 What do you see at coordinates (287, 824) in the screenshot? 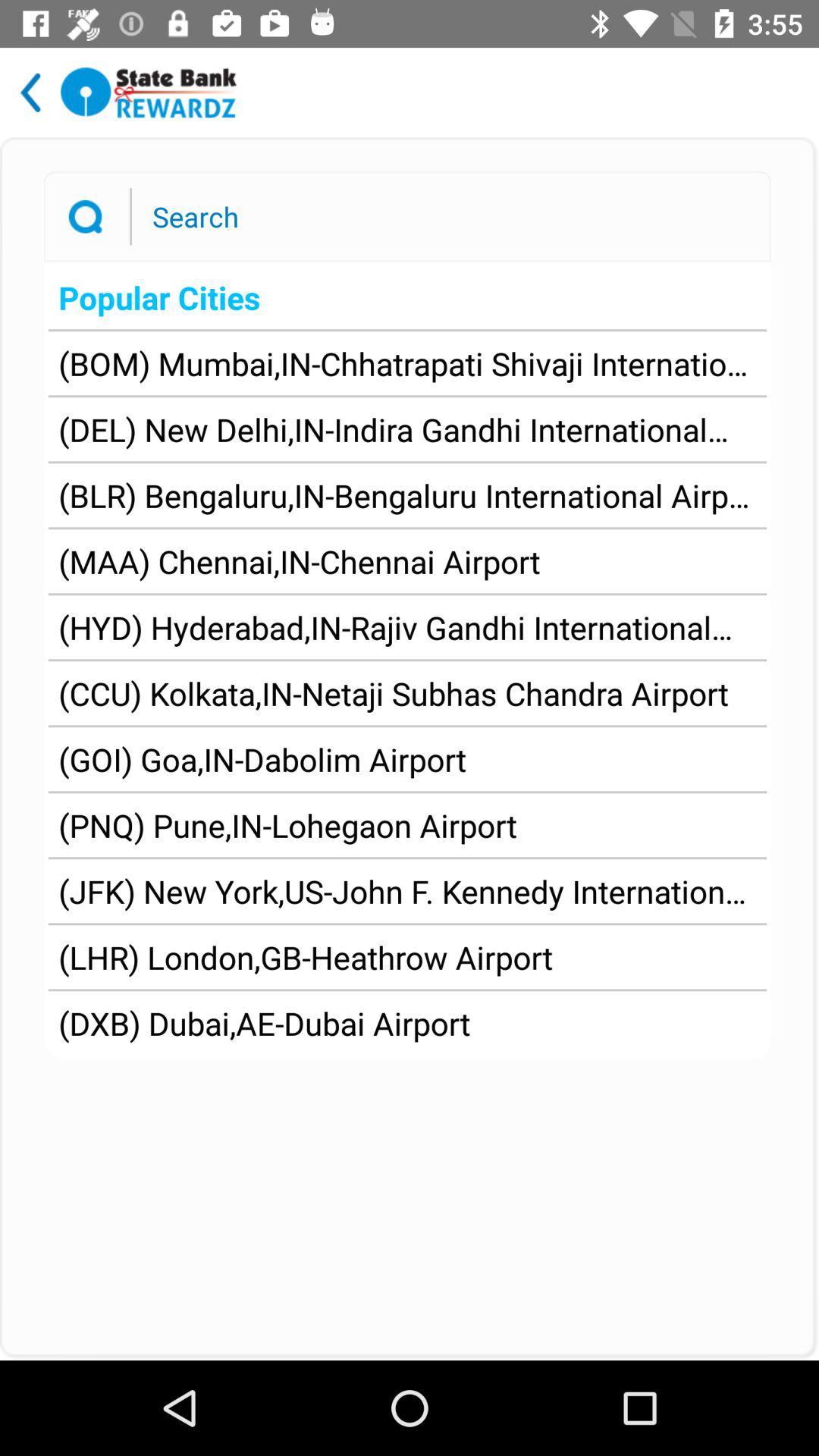
I see `item below the goi goa in app` at bounding box center [287, 824].